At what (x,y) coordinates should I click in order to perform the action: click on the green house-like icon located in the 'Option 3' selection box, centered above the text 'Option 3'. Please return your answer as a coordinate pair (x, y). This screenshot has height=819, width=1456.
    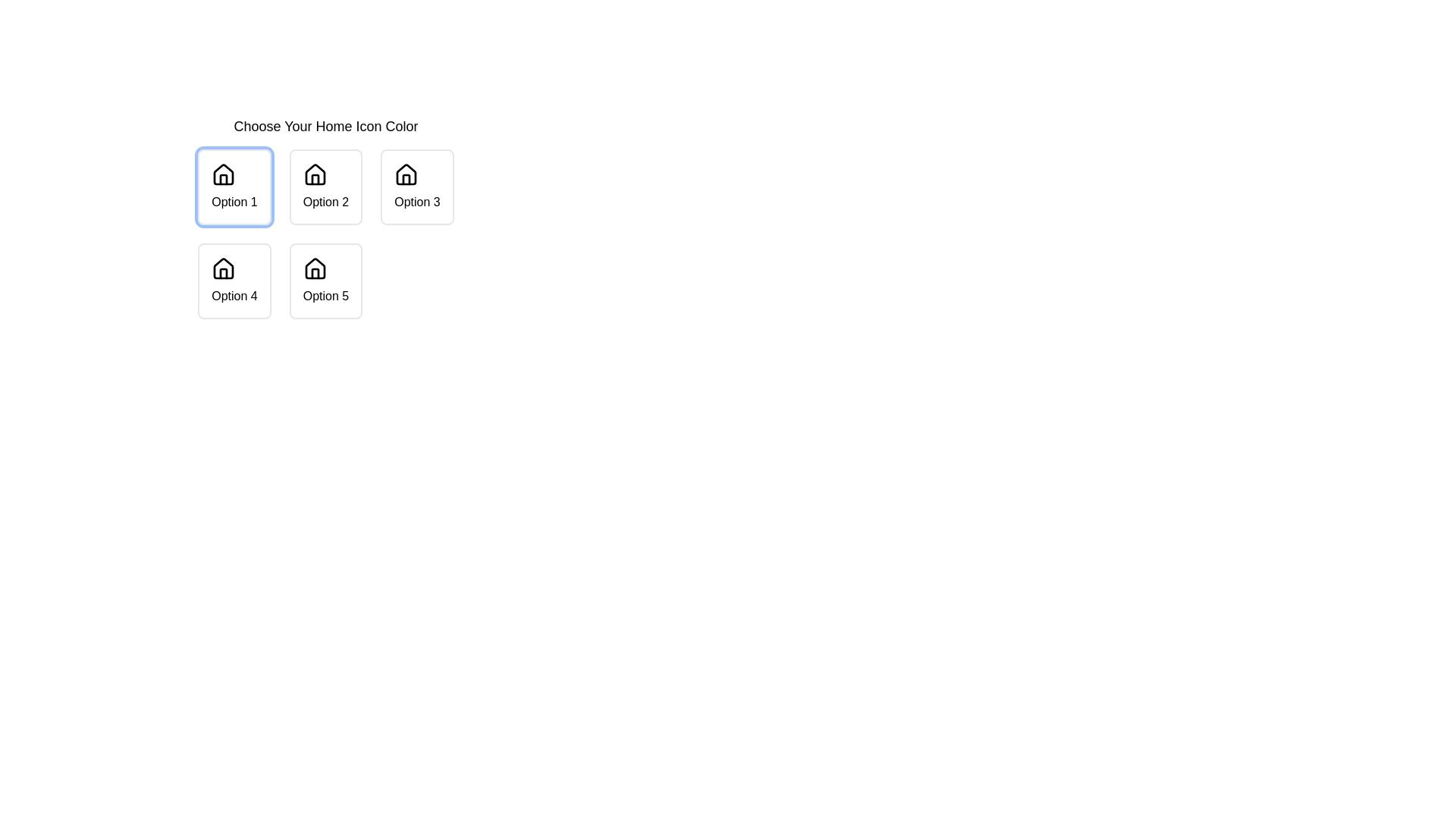
    Looking at the image, I should click on (406, 174).